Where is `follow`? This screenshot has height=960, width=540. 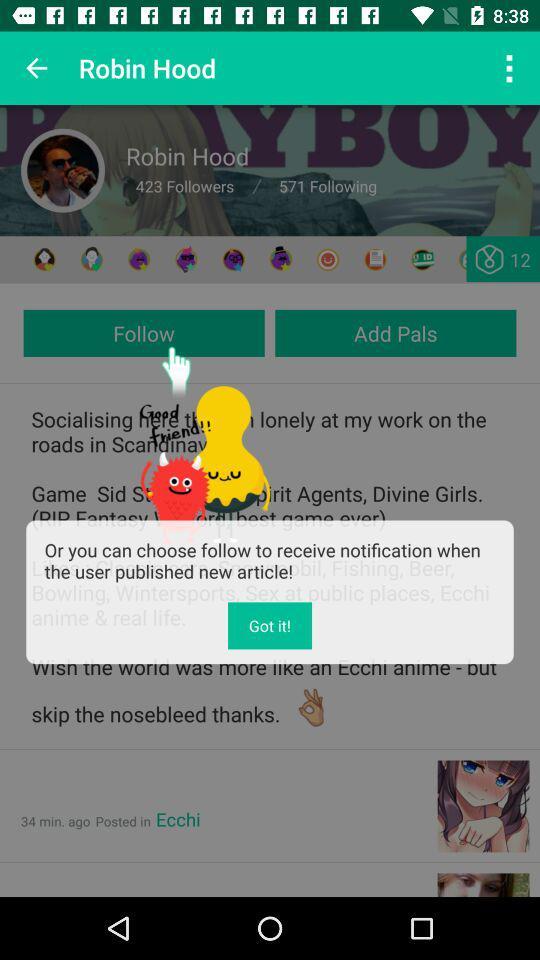
follow is located at coordinates (143, 333).